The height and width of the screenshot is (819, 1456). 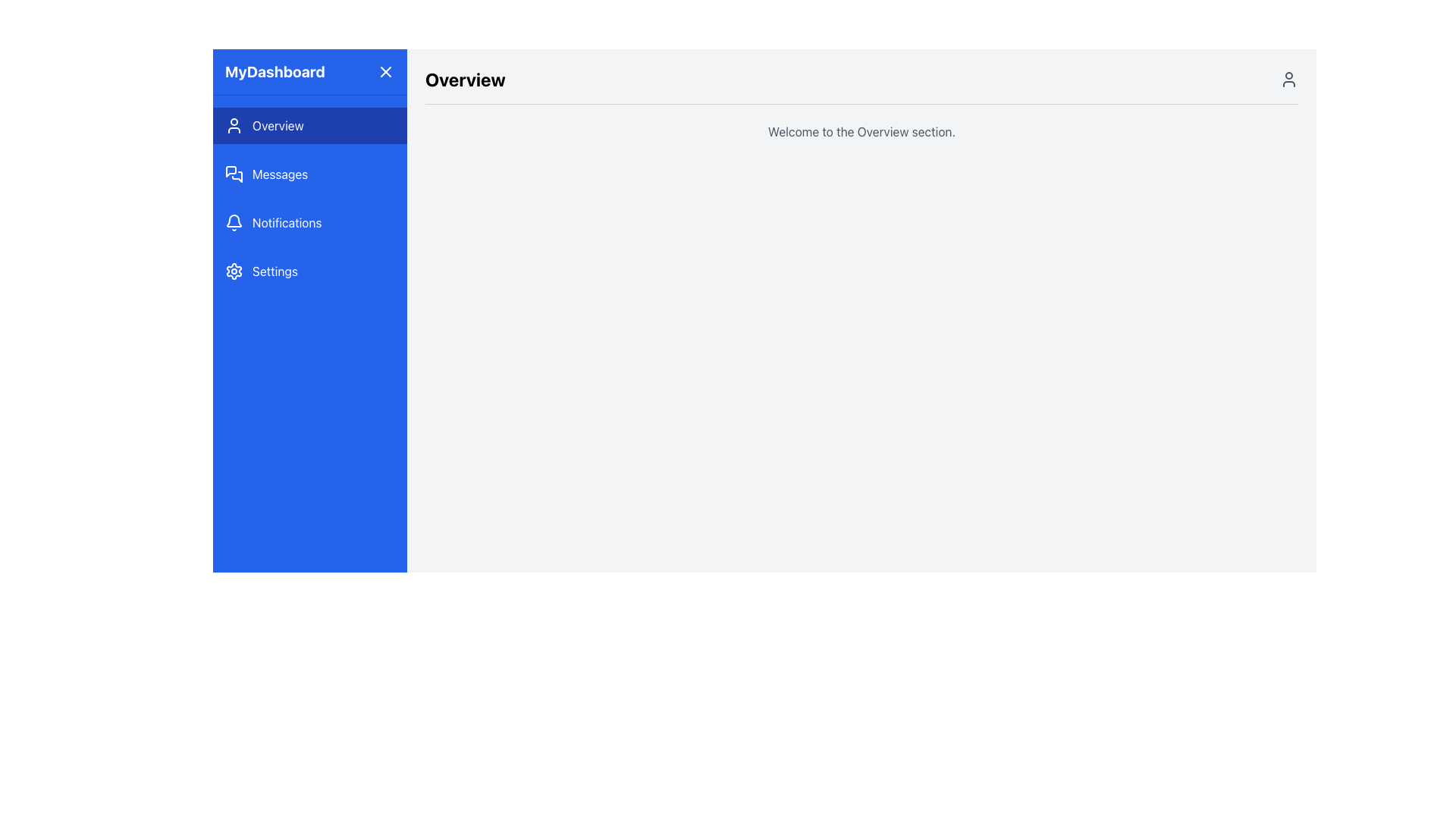 I want to click on the 'MyDashboard' header element, which is styled with a blue background and white text, located at the top of the vertical sidebar, so click(x=309, y=72).